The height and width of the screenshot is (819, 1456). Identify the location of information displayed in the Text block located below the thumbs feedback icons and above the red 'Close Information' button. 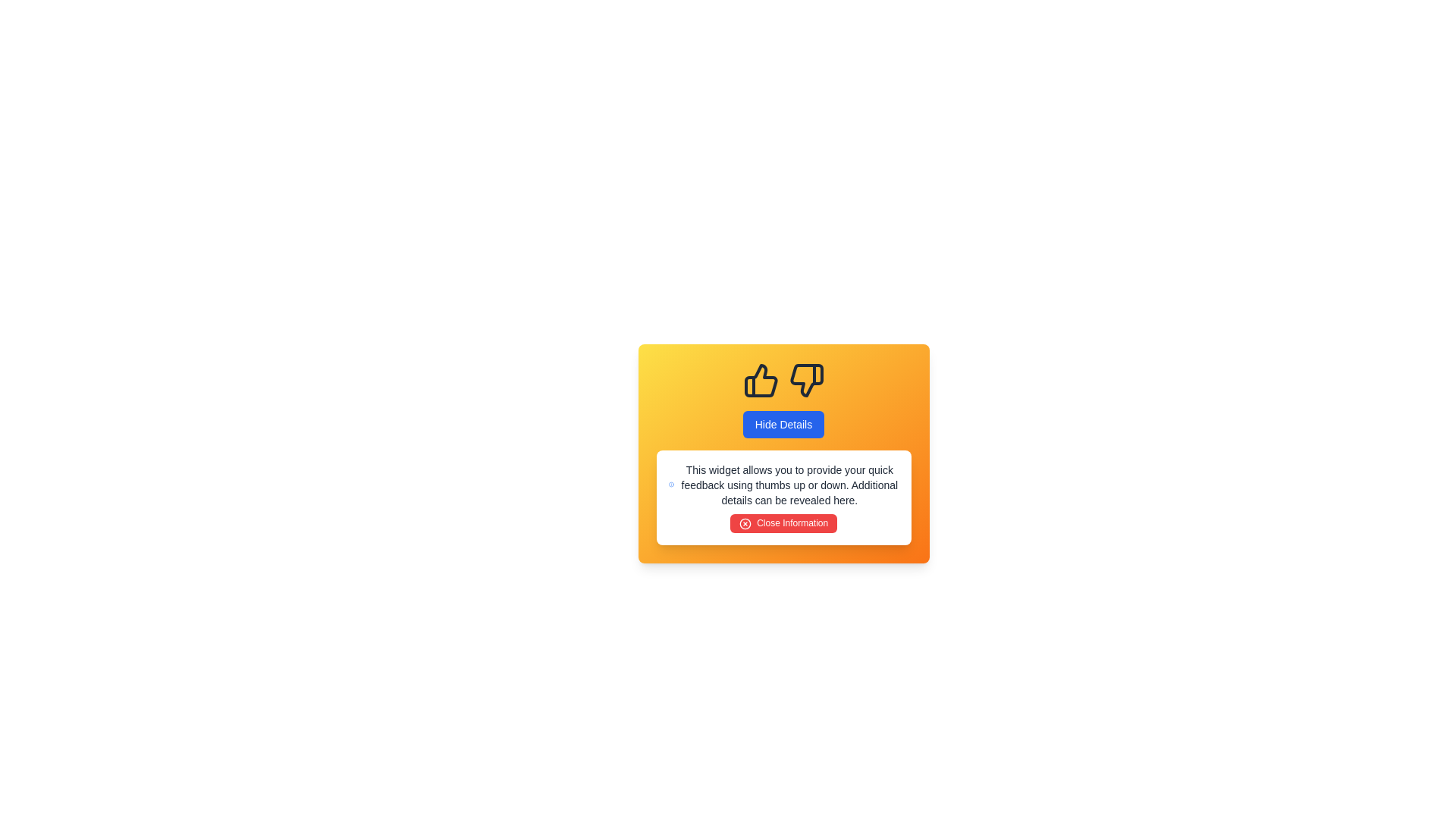
(783, 485).